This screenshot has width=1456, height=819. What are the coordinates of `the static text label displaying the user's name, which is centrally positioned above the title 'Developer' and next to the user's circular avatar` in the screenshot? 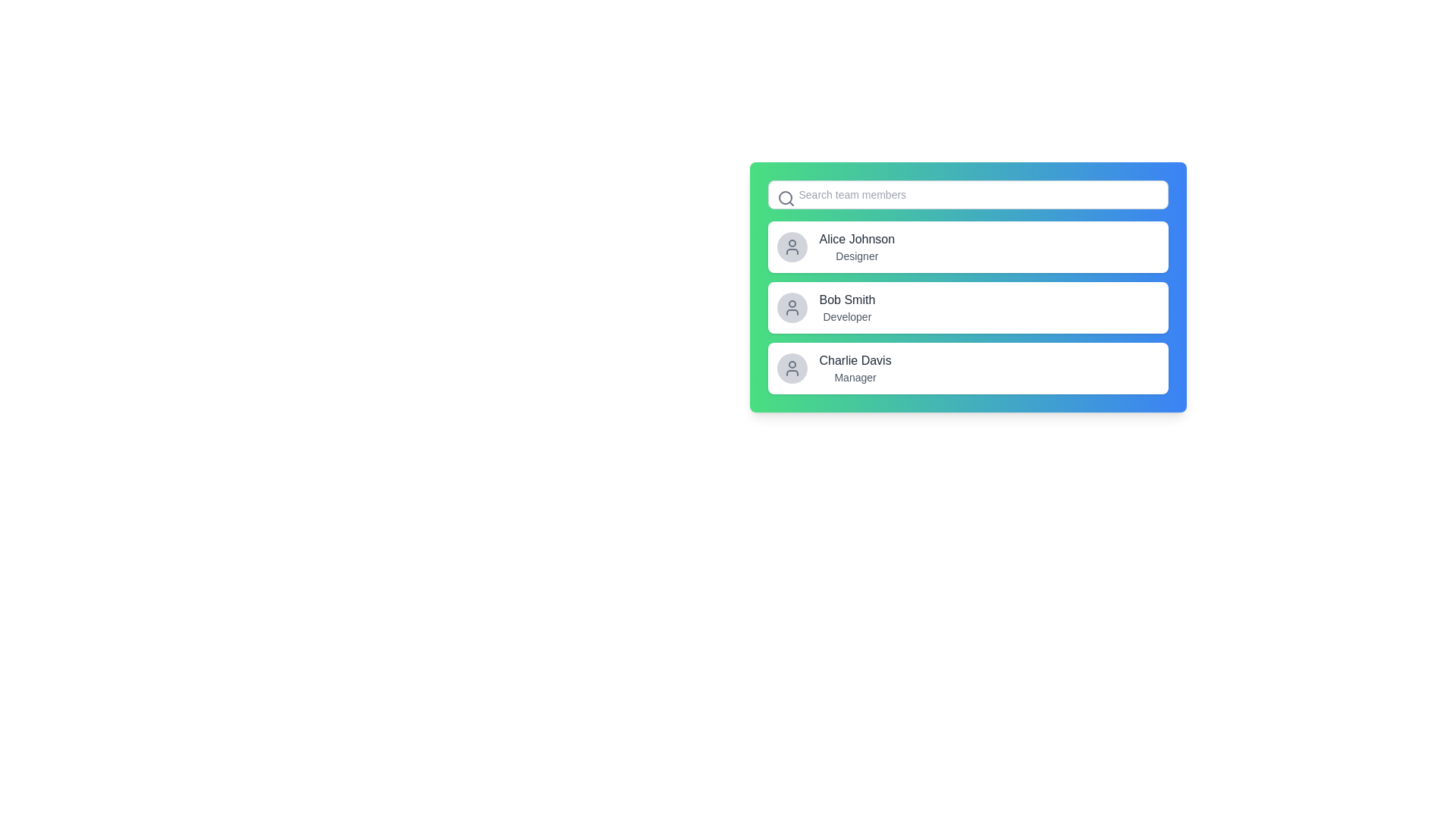 It's located at (846, 300).